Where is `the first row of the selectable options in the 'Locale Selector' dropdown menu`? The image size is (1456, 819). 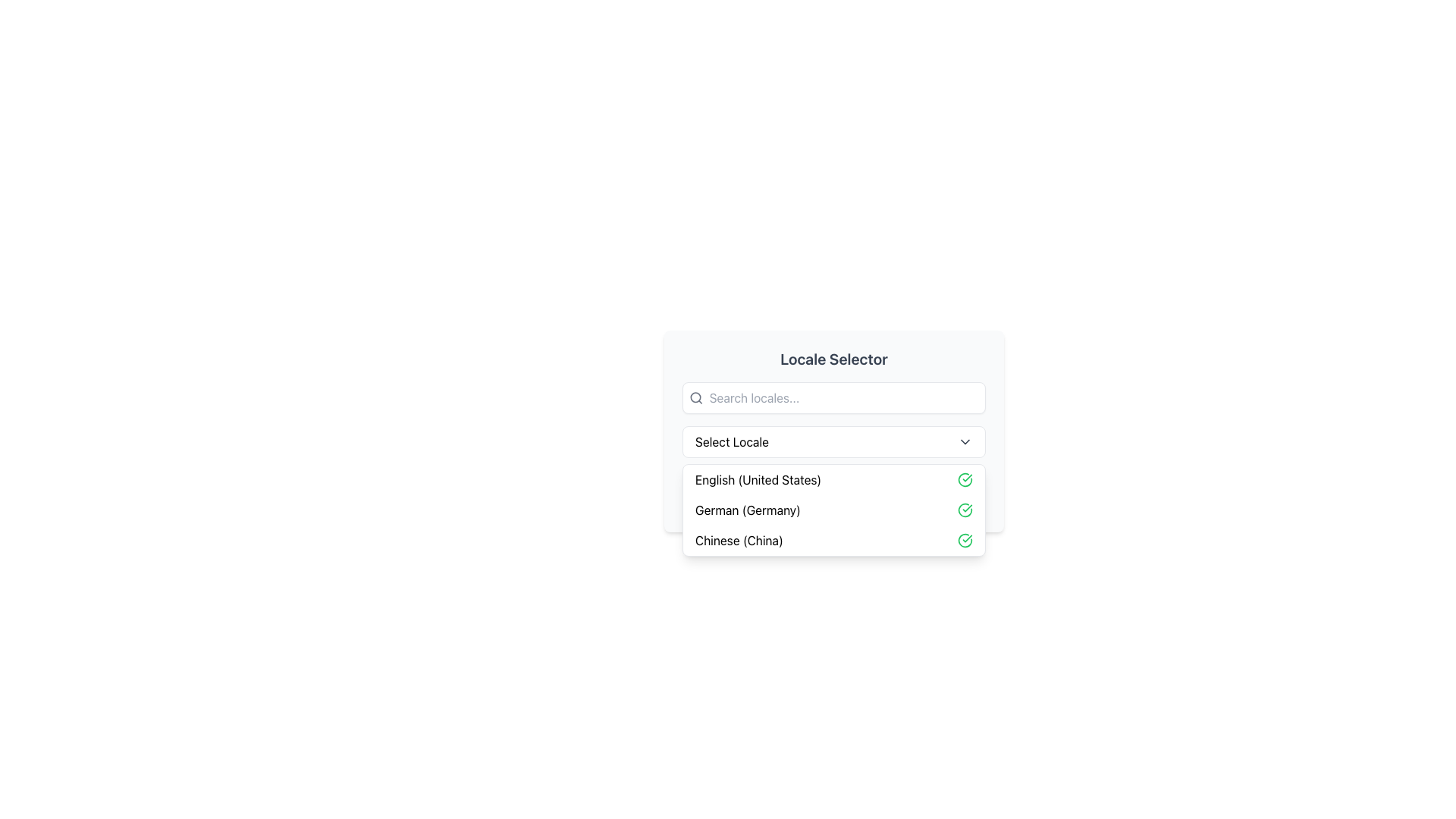 the first row of the selectable options in the 'Locale Selector' dropdown menu is located at coordinates (833, 479).